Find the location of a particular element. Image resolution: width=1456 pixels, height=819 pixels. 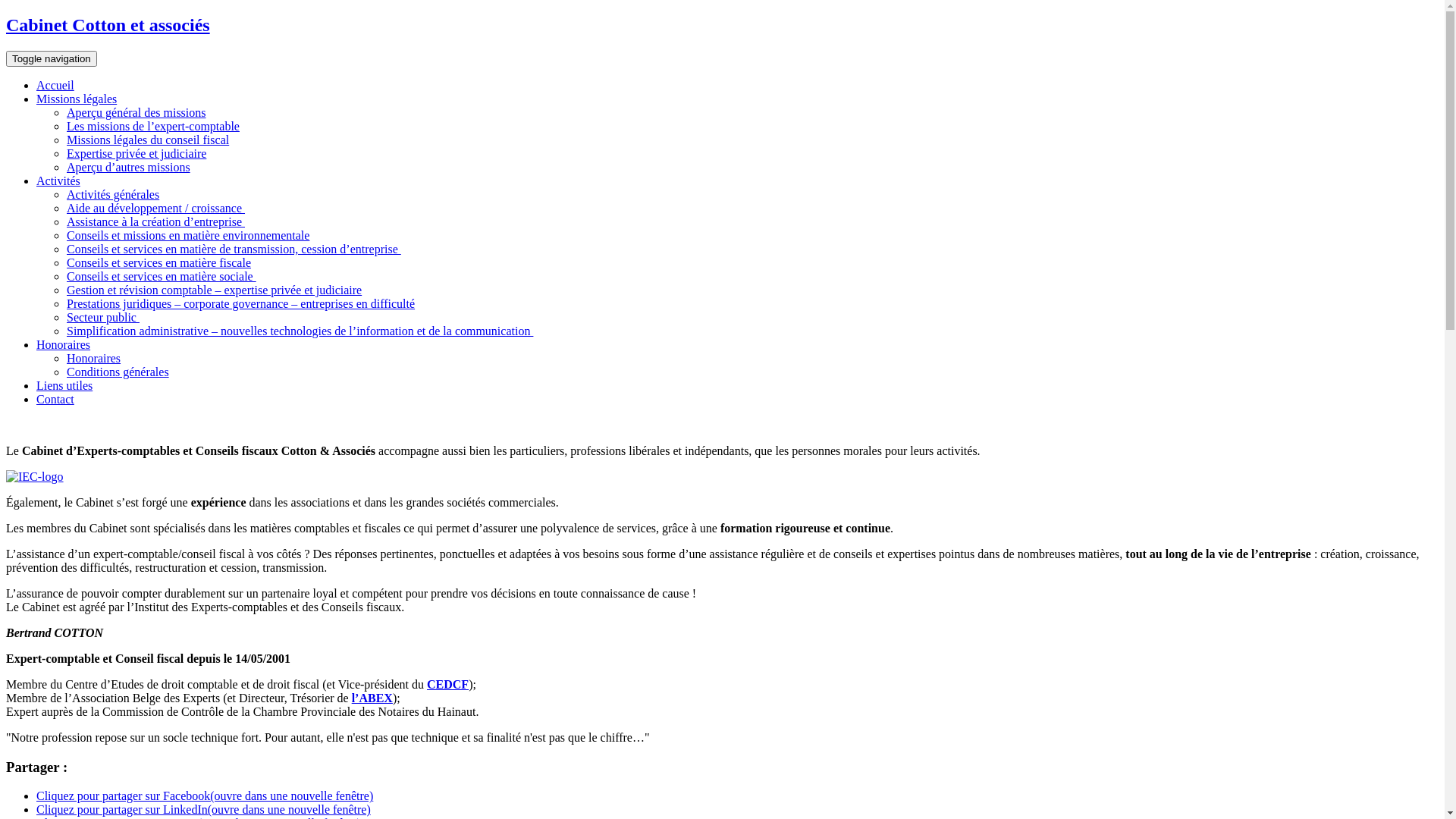

'Liens utiles' is located at coordinates (64, 384).